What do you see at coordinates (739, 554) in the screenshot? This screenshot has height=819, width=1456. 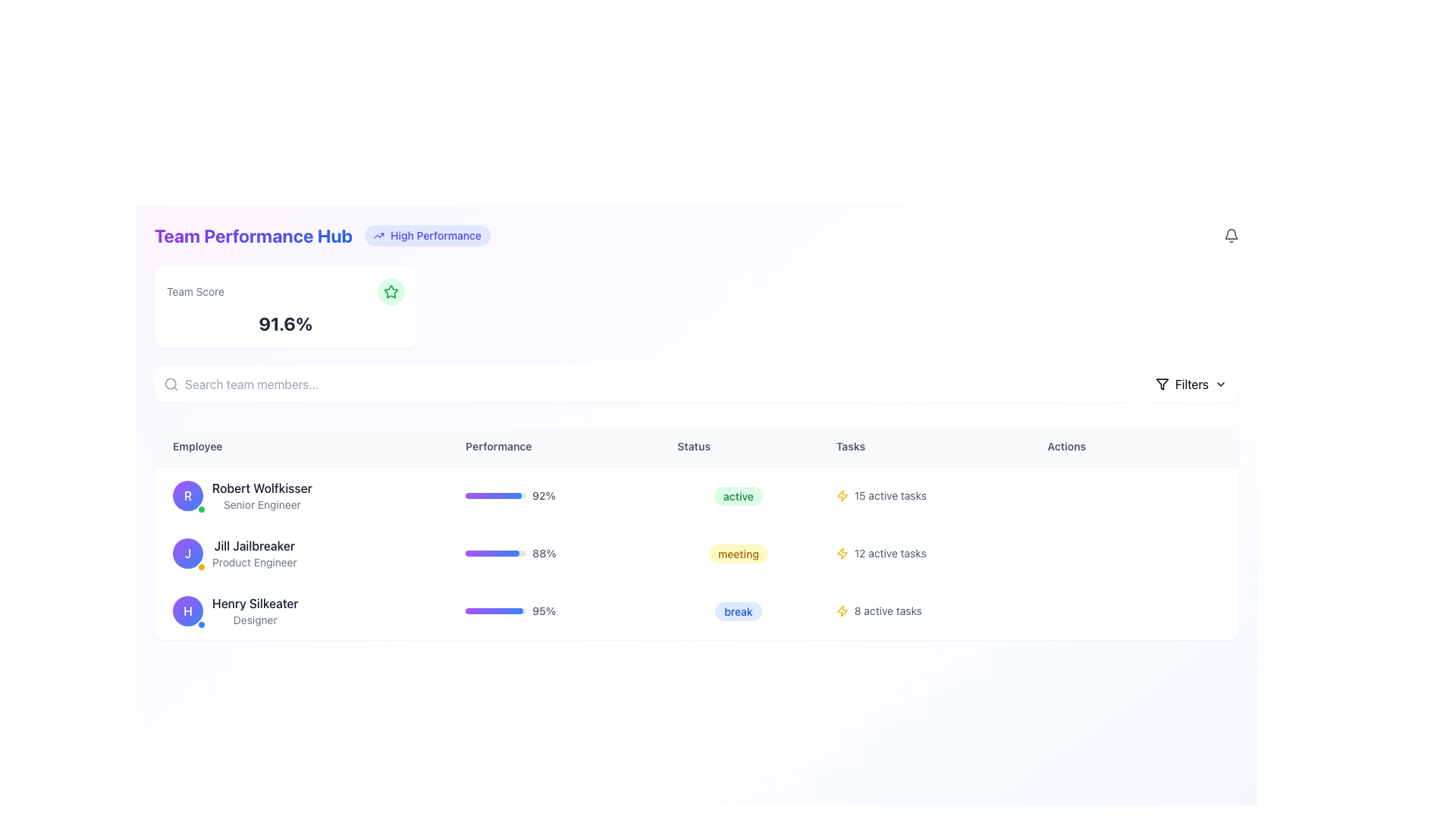 I see `the status label with the text 'meeting' located under the 'Status' column in the second row of the table associated with 'Jill Jailbreaker'` at bounding box center [739, 554].